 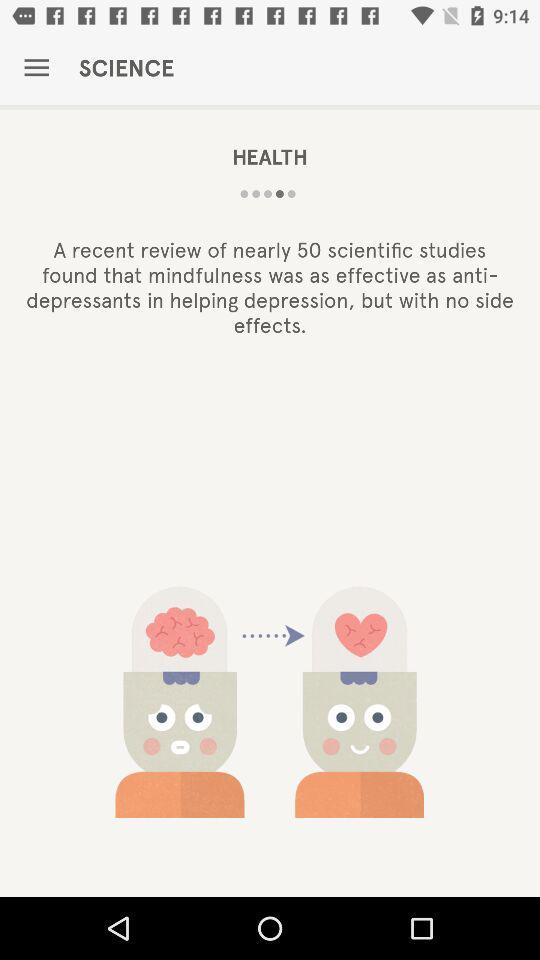 I want to click on the icon next to science, so click(x=36, y=68).